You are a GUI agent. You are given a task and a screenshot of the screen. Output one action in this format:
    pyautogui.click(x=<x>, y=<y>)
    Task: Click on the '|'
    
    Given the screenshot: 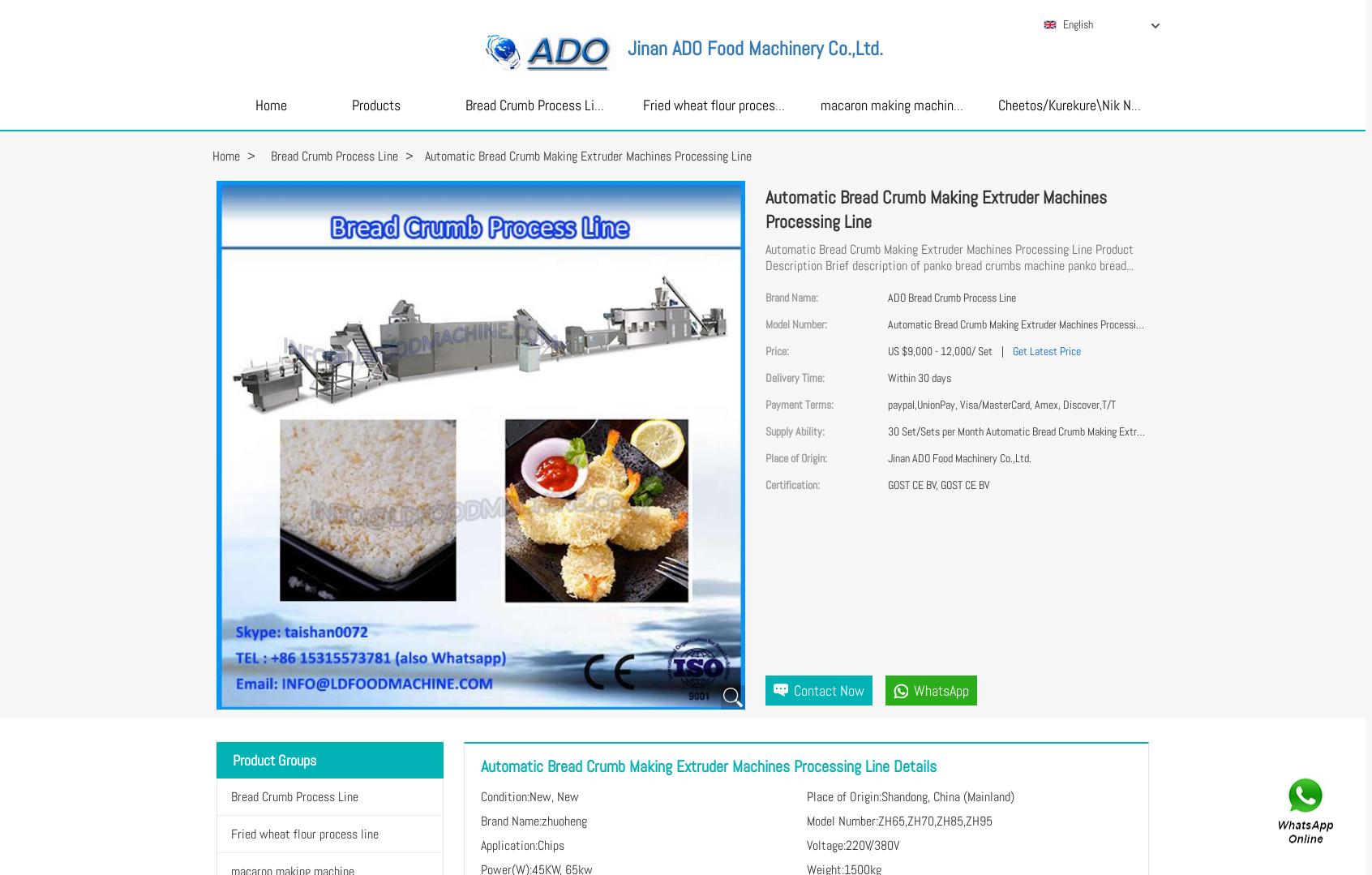 What is the action you would take?
    pyautogui.click(x=1001, y=351)
    